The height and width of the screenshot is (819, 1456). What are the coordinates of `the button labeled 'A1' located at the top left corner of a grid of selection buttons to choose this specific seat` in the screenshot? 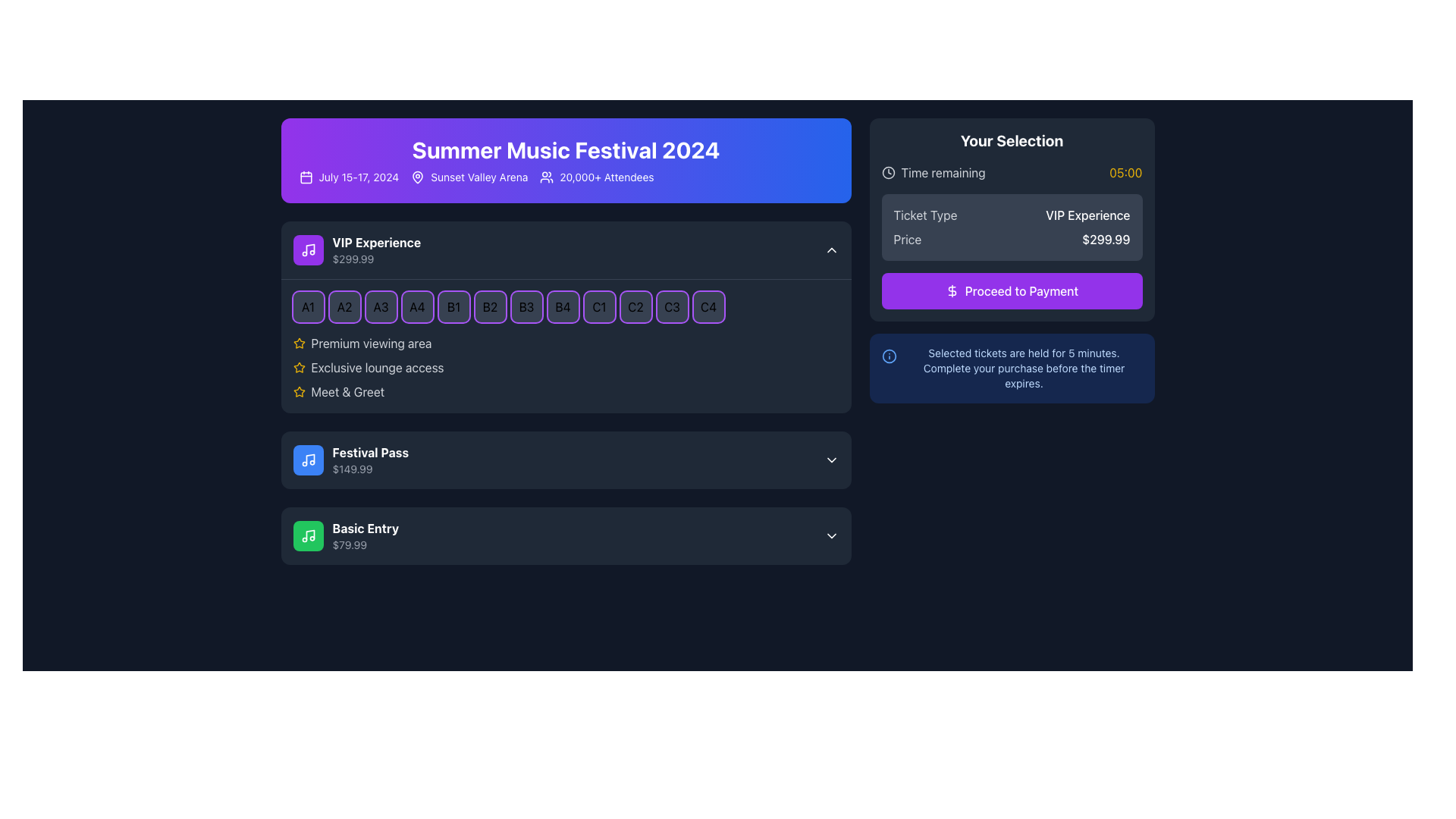 It's located at (307, 307).